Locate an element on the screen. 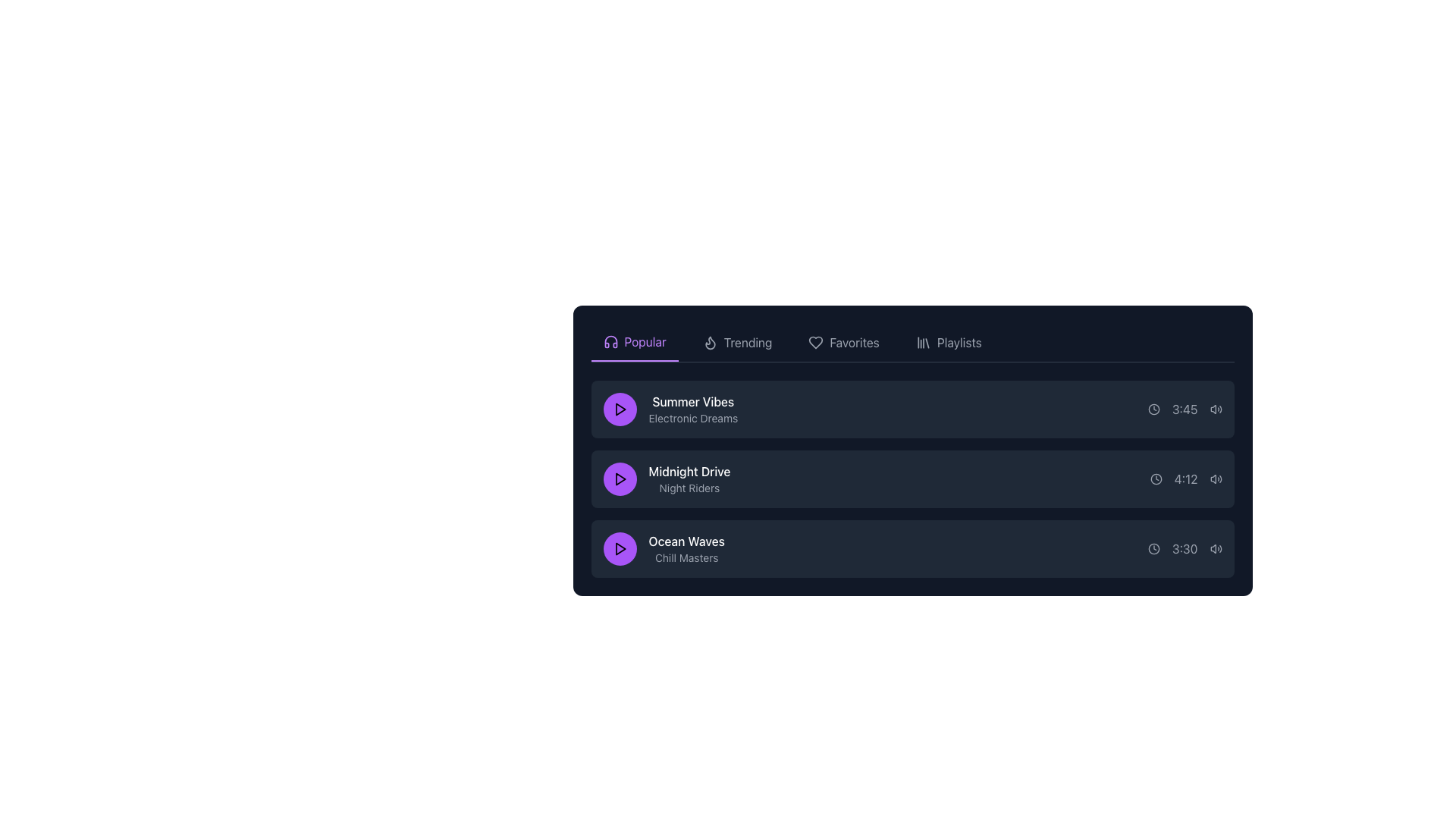  the headphone icon in the leftmost navigation section associated with the 'Popular' tab as a decorative component is located at coordinates (610, 342).